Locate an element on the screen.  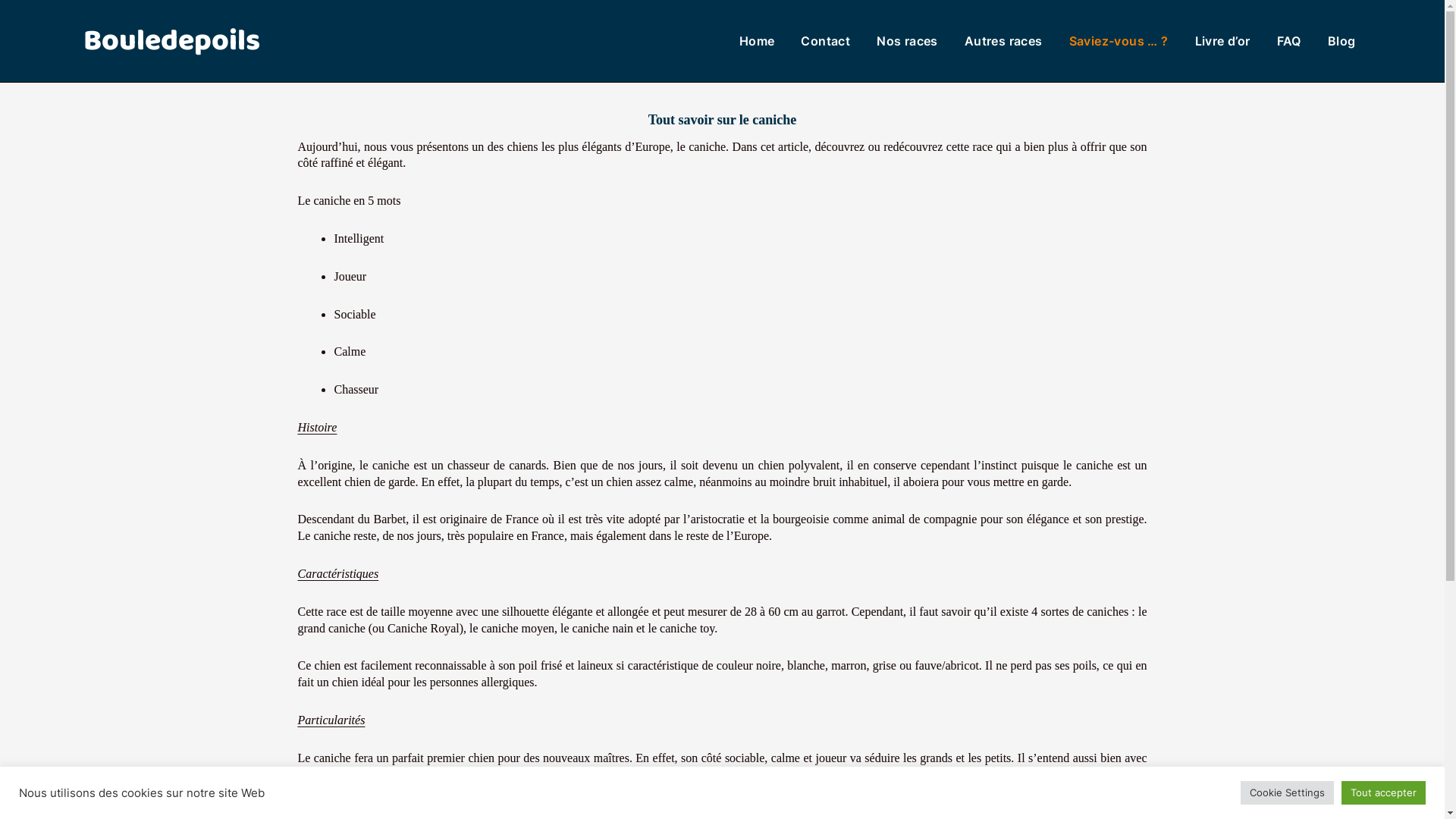
'Nos races' is located at coordinates (907, 40).